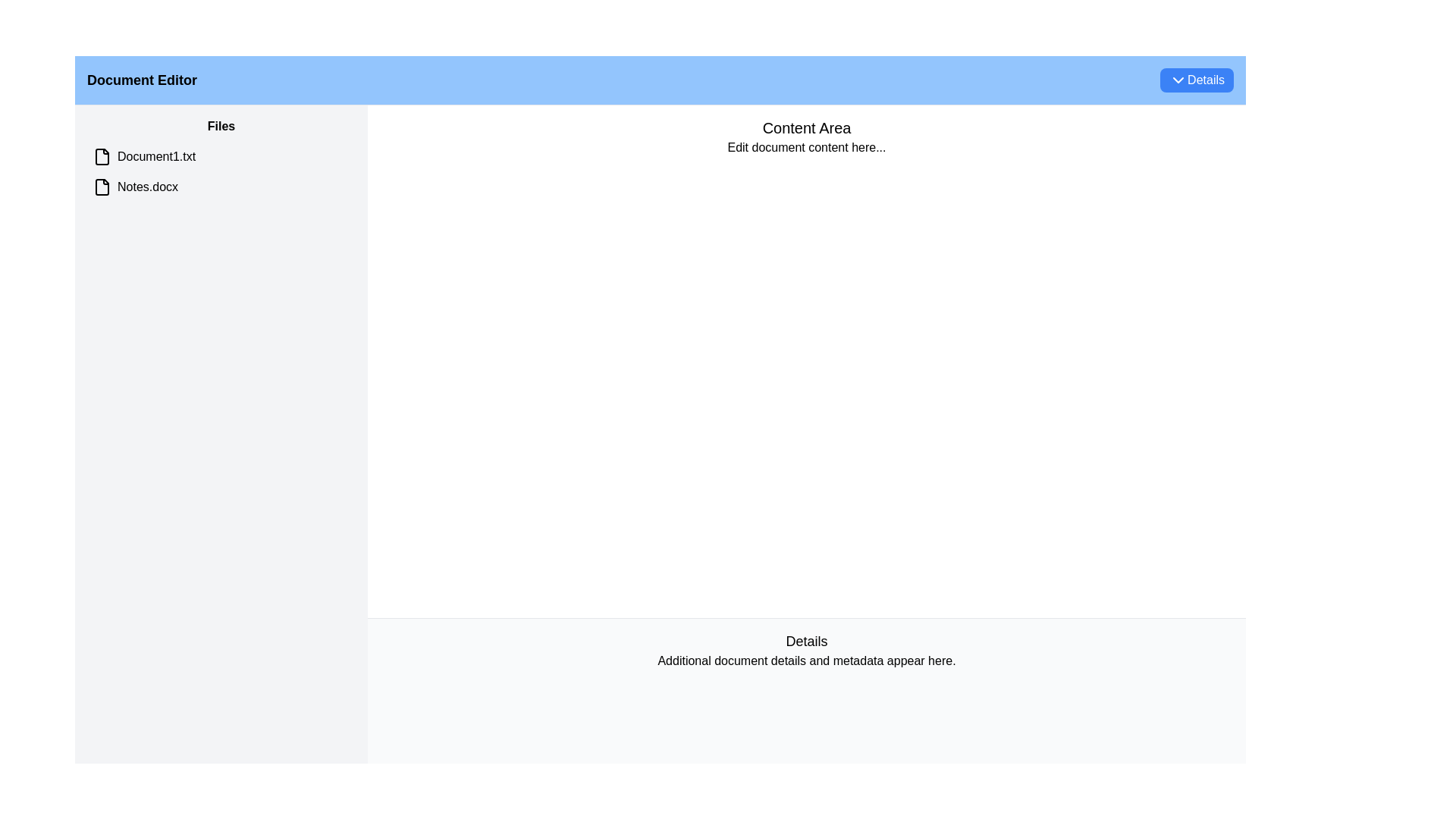  What do you see at coordinates (221, 186) in the screenshot?
I see `the 'Notes.docx' list item in the Files section` at bounding box center [221, 186].